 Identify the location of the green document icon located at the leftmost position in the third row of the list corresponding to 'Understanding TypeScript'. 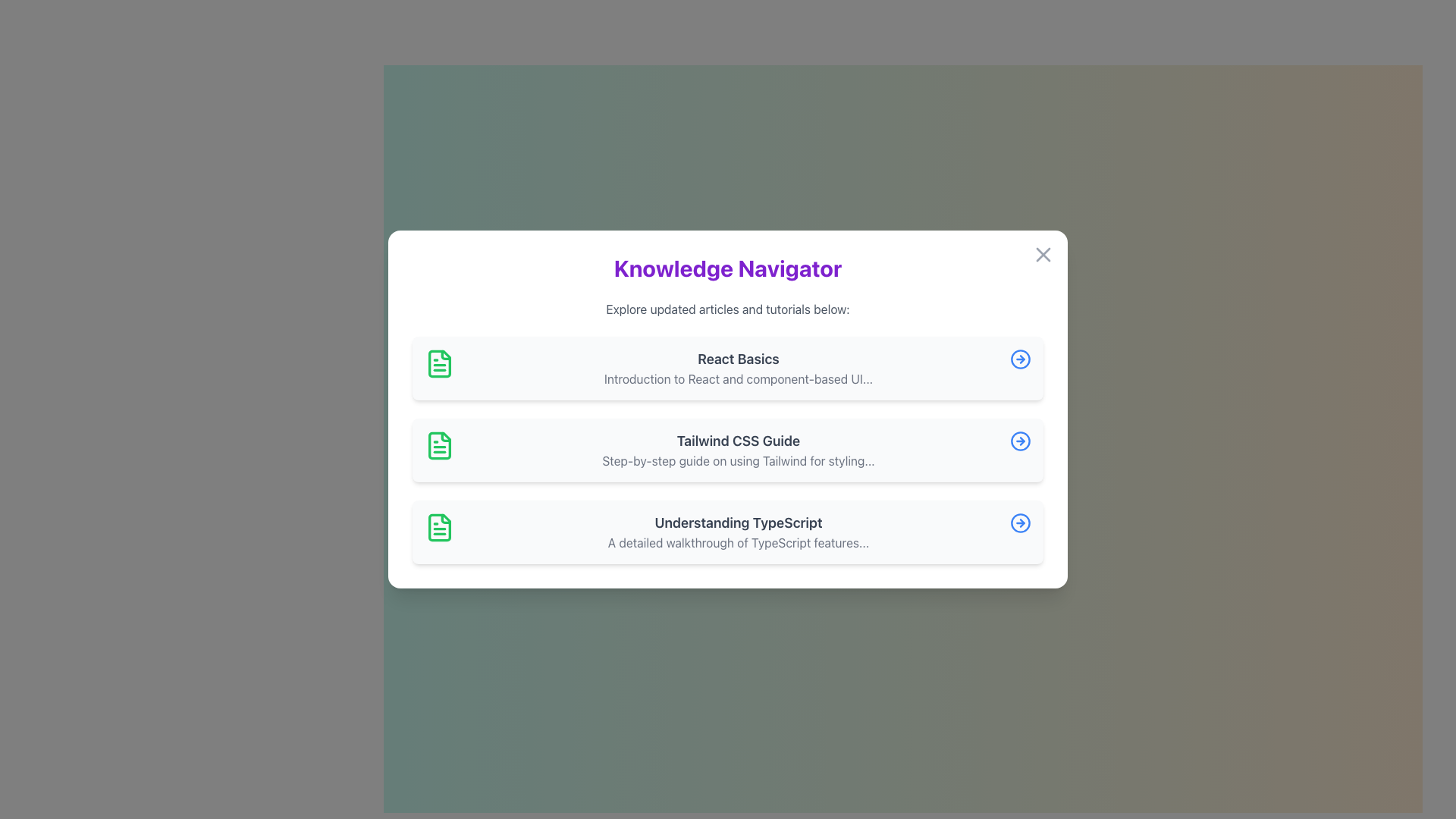
(439, 526).